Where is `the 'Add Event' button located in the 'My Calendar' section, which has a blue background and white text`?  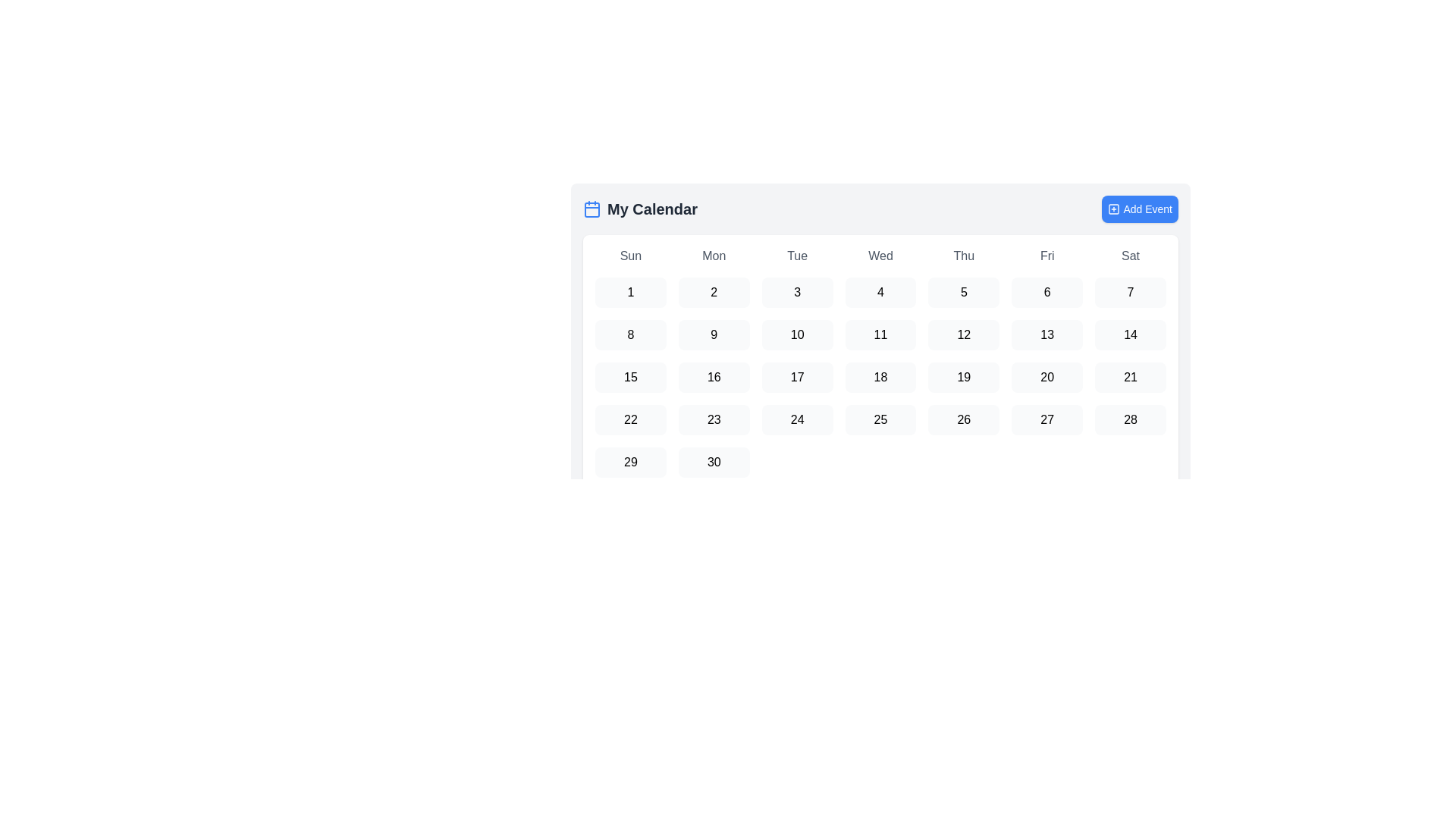
the 'Add Event' button located in the 'My Calendar' section, which has a blue background and white text is located at coordinates (1140, 209).